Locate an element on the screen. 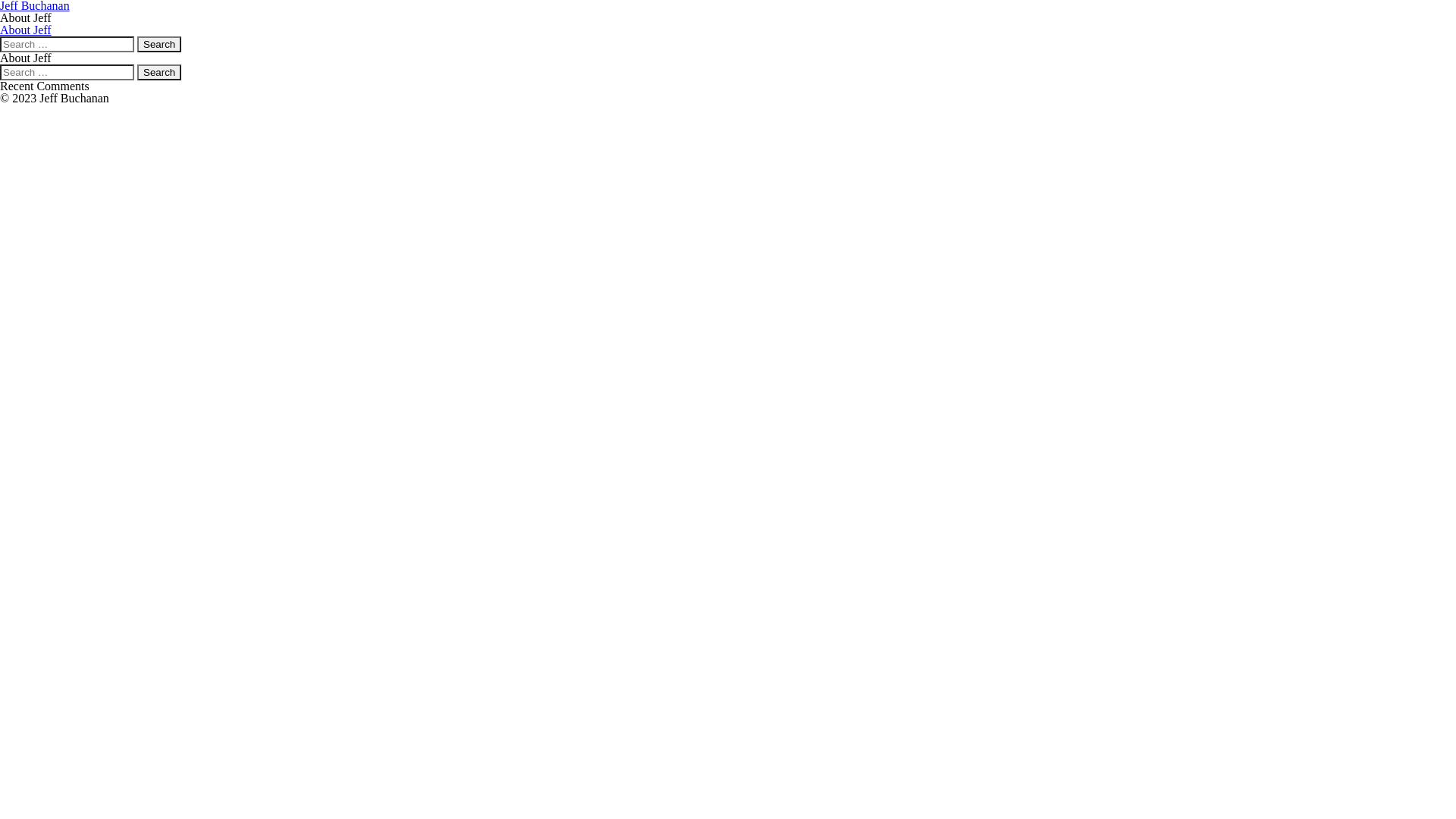 This screenshot has height=819, width=1456. 'About Jeff' is located at coordinates (25, 30).